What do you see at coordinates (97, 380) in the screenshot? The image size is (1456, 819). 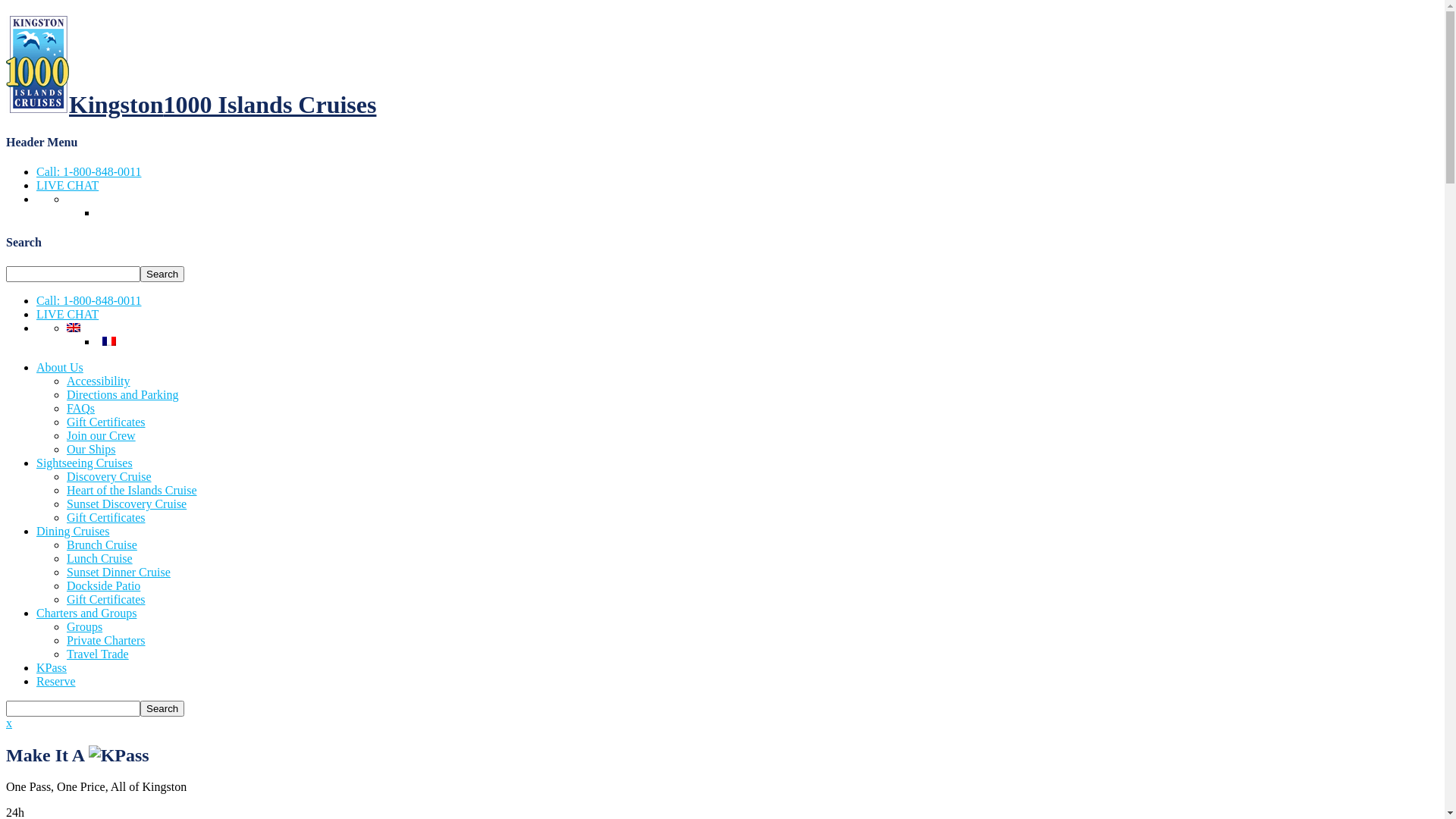 I see `'Accessibility'` at bounding box center [97, 380].